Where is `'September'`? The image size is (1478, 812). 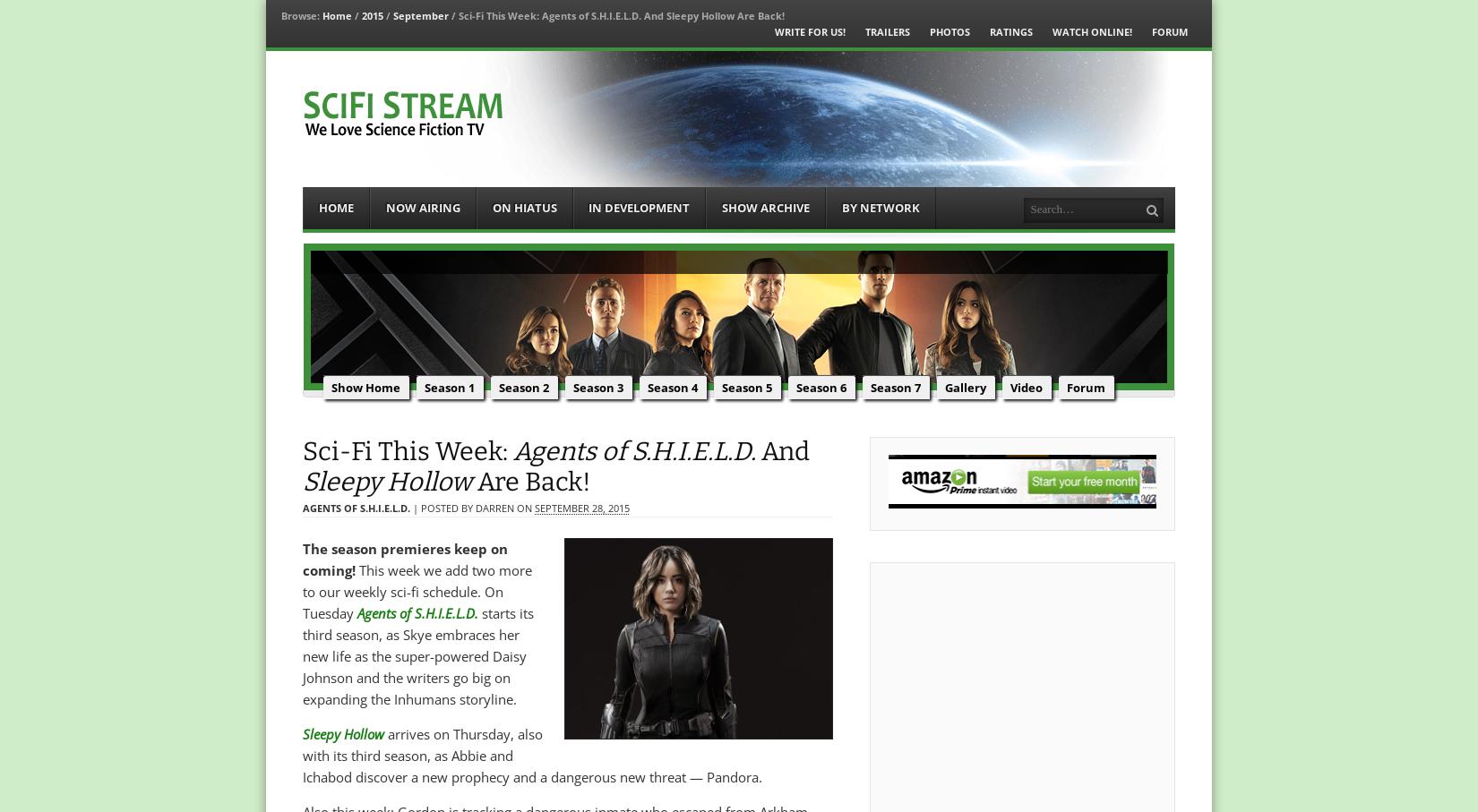
'September' is located at coordinates (418, 14).